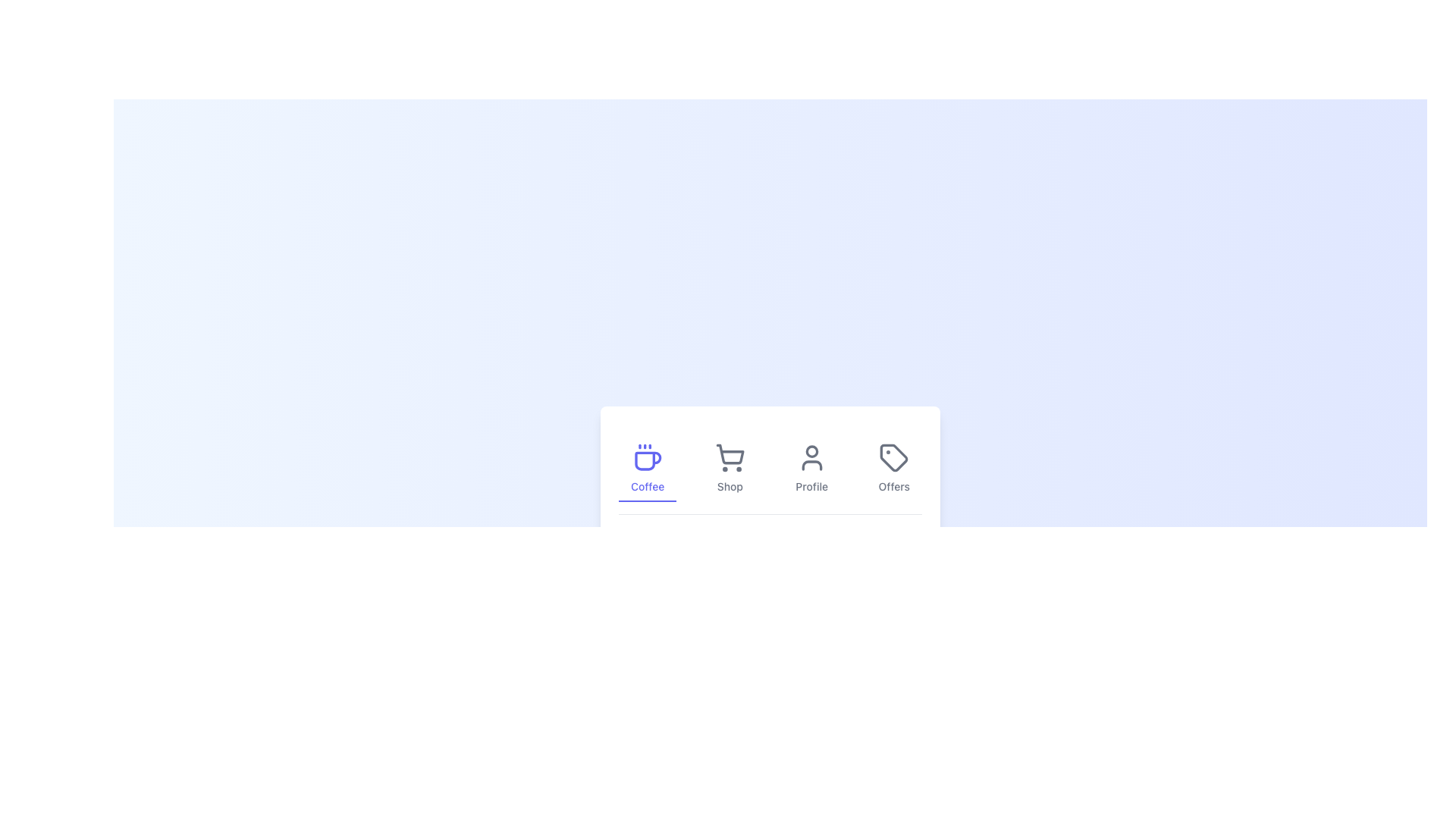 The height and width of the screenshot is (819, 1456). What do you see at coordinates (811, 468) in the screenshot?
I see `the user profile button, which features a person-like silhouette and 'Profile' text underneath` at bounding box center [811, 468].